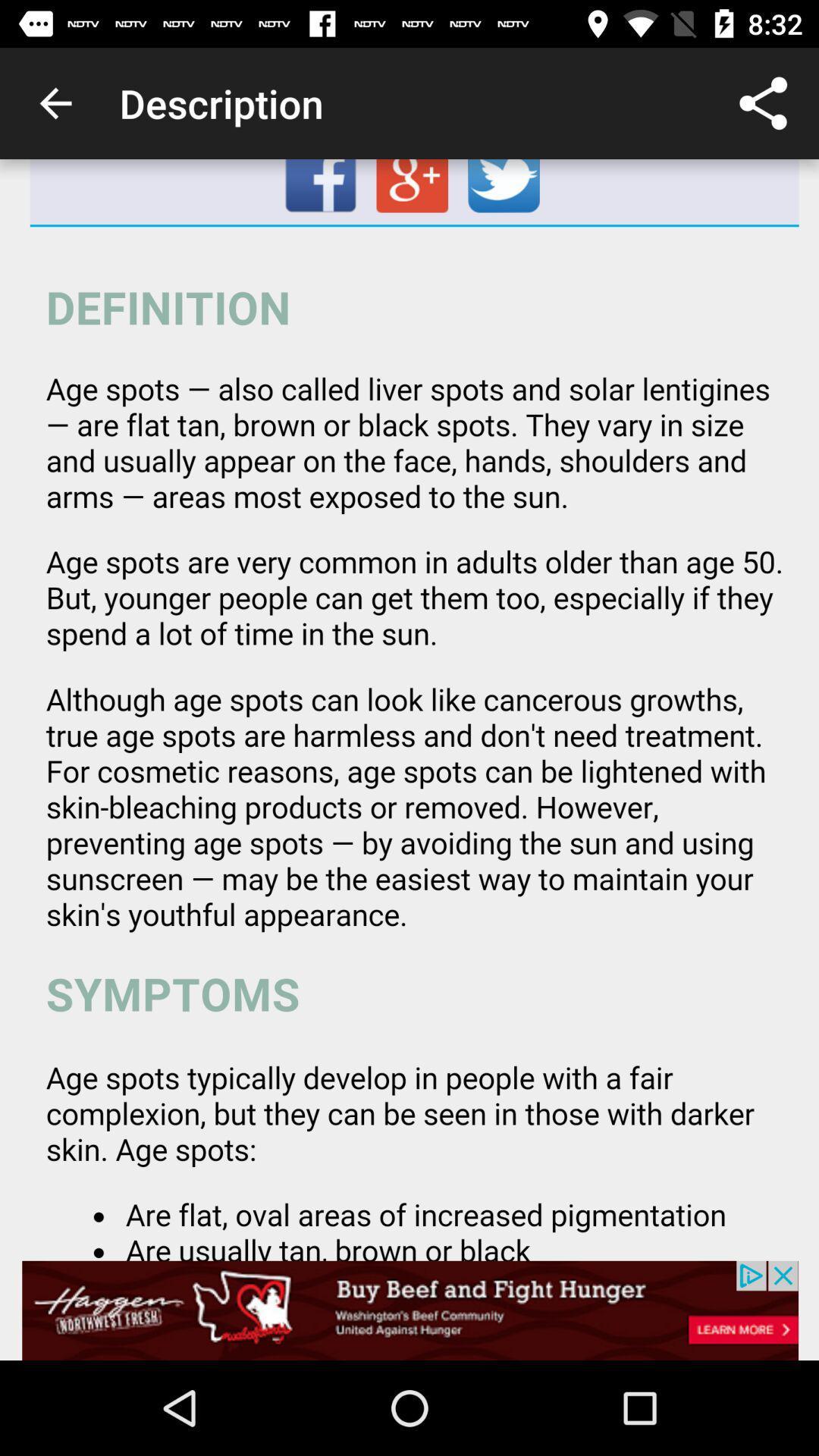 The height and width of the screenshot is (1456, 819). Describe the element at coordinates (414, 191) in the screenshot. I see `google box option` at that location.